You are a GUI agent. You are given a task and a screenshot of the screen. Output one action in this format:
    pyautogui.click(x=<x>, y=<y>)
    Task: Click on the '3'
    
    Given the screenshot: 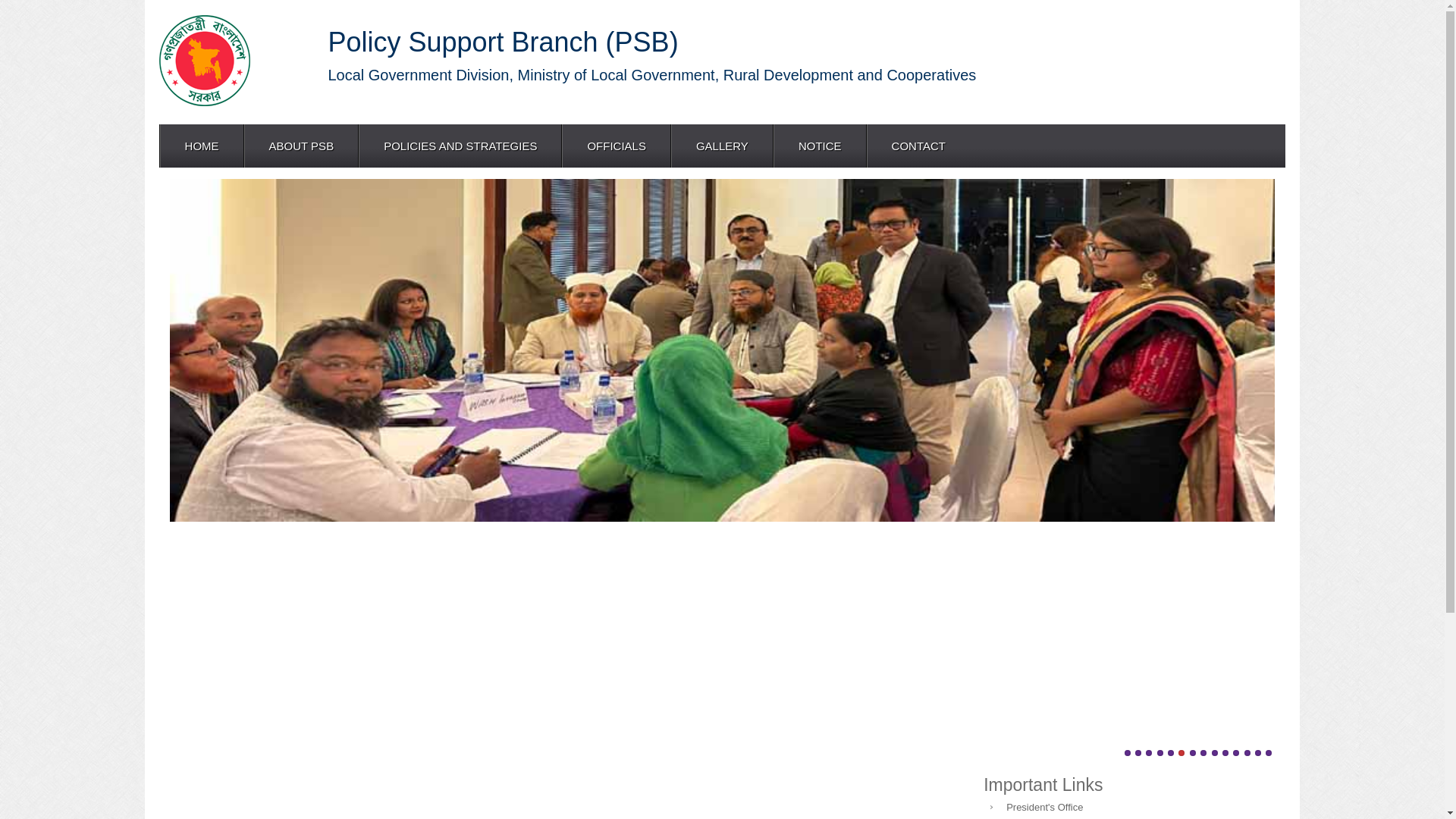 What is the action you would take?
    pyautogui.click(x=1146, y=752)
    